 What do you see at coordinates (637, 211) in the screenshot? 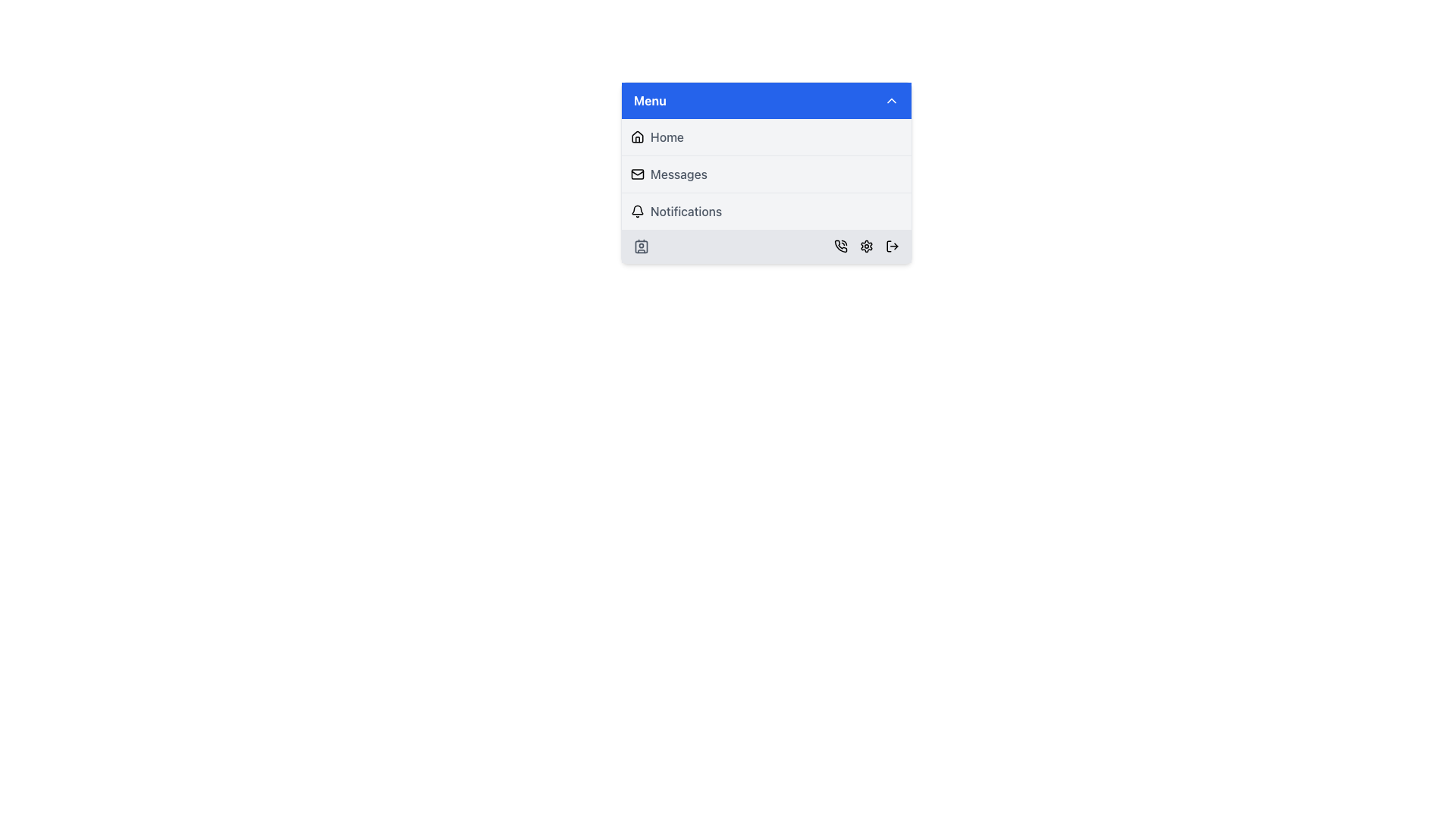
I see `the notification indicator icon located to the left of the 'Notifications' menu entry, positioned below 'Home' and 'Messages' and above additional icons` at bounding box center [637, 211].